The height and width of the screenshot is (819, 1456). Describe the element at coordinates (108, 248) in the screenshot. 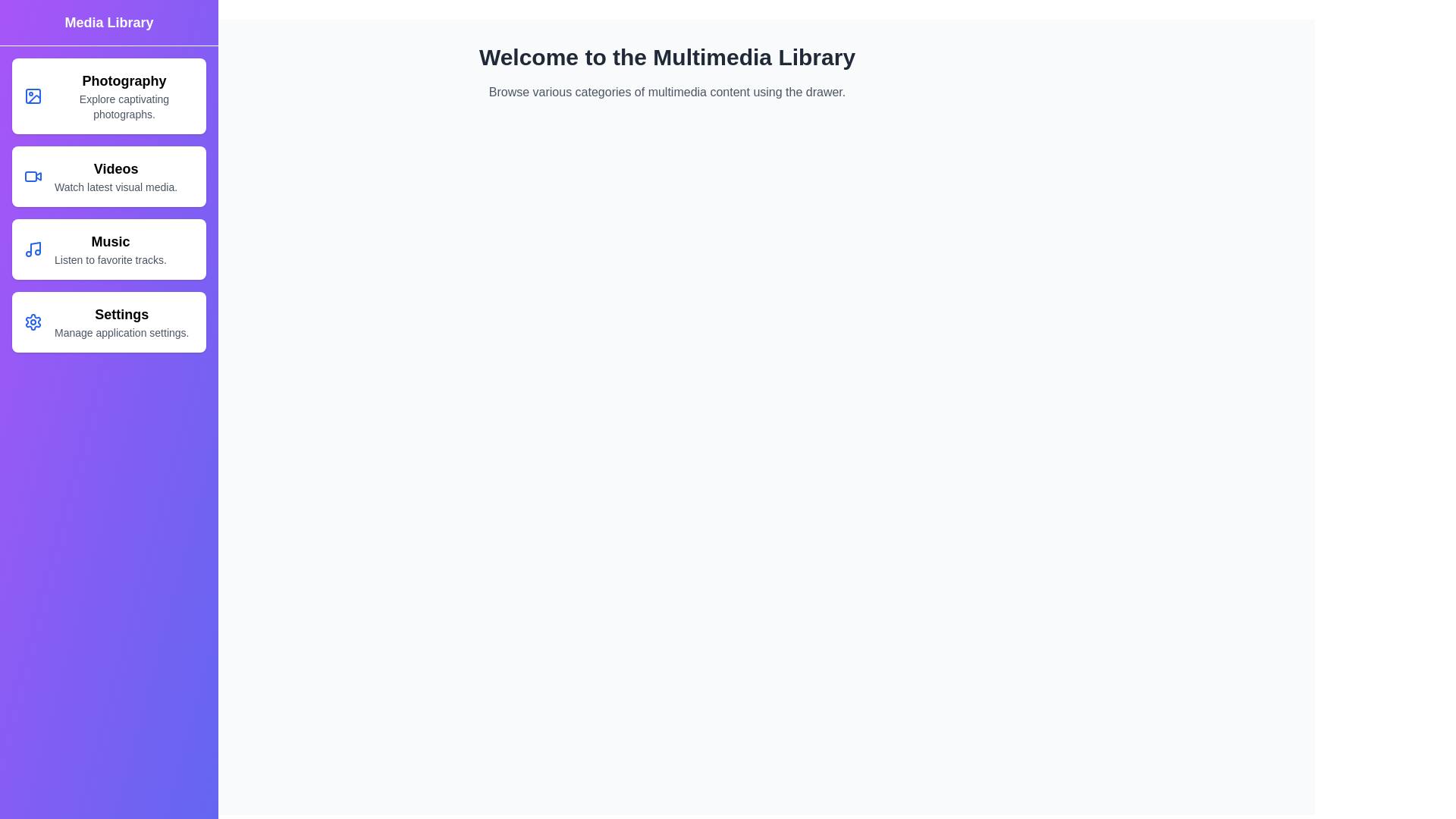

I see `the category item Music to see its hover effect` at that location.